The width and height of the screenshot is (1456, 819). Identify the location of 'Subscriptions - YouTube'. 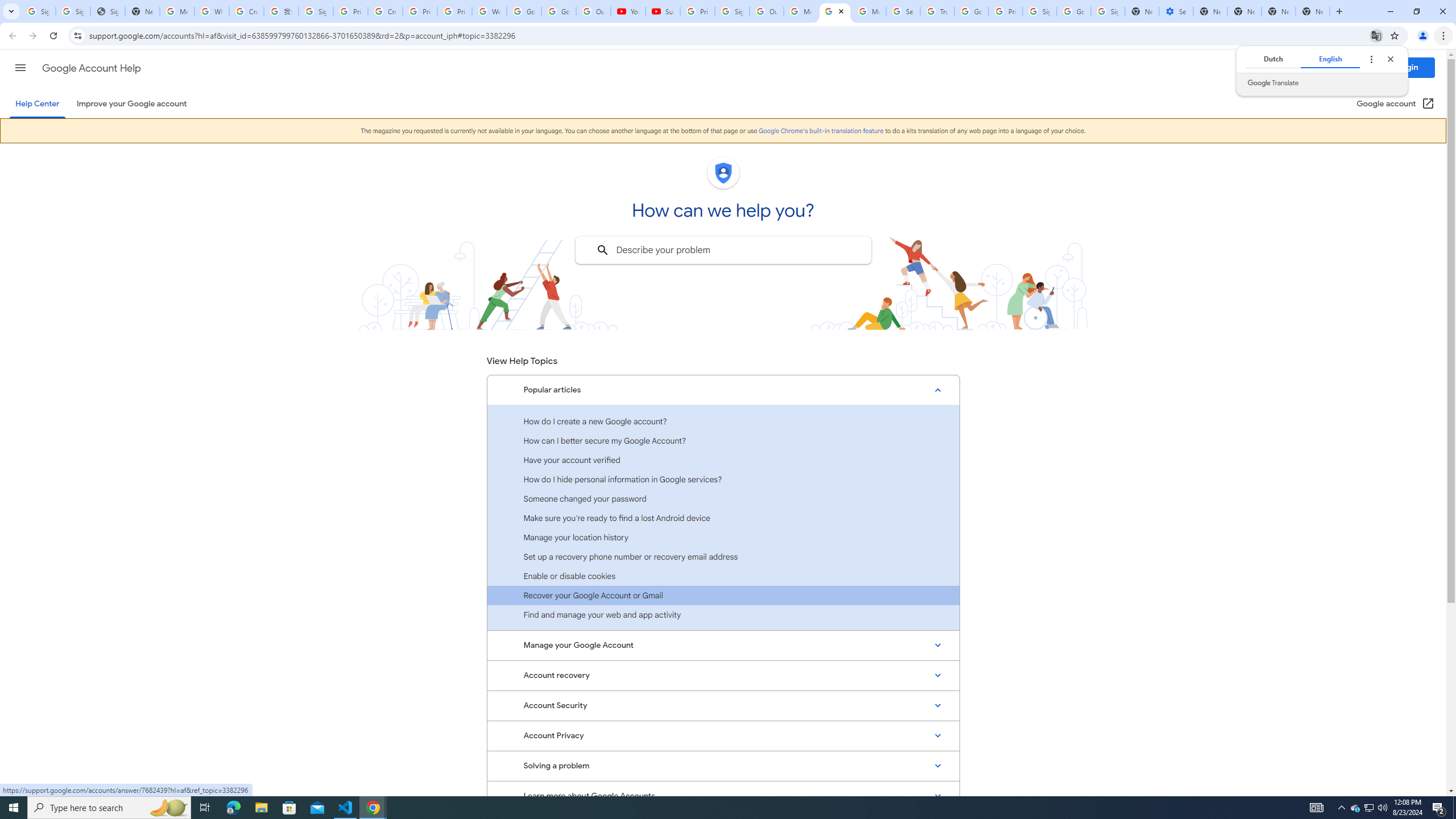
(663, 11).